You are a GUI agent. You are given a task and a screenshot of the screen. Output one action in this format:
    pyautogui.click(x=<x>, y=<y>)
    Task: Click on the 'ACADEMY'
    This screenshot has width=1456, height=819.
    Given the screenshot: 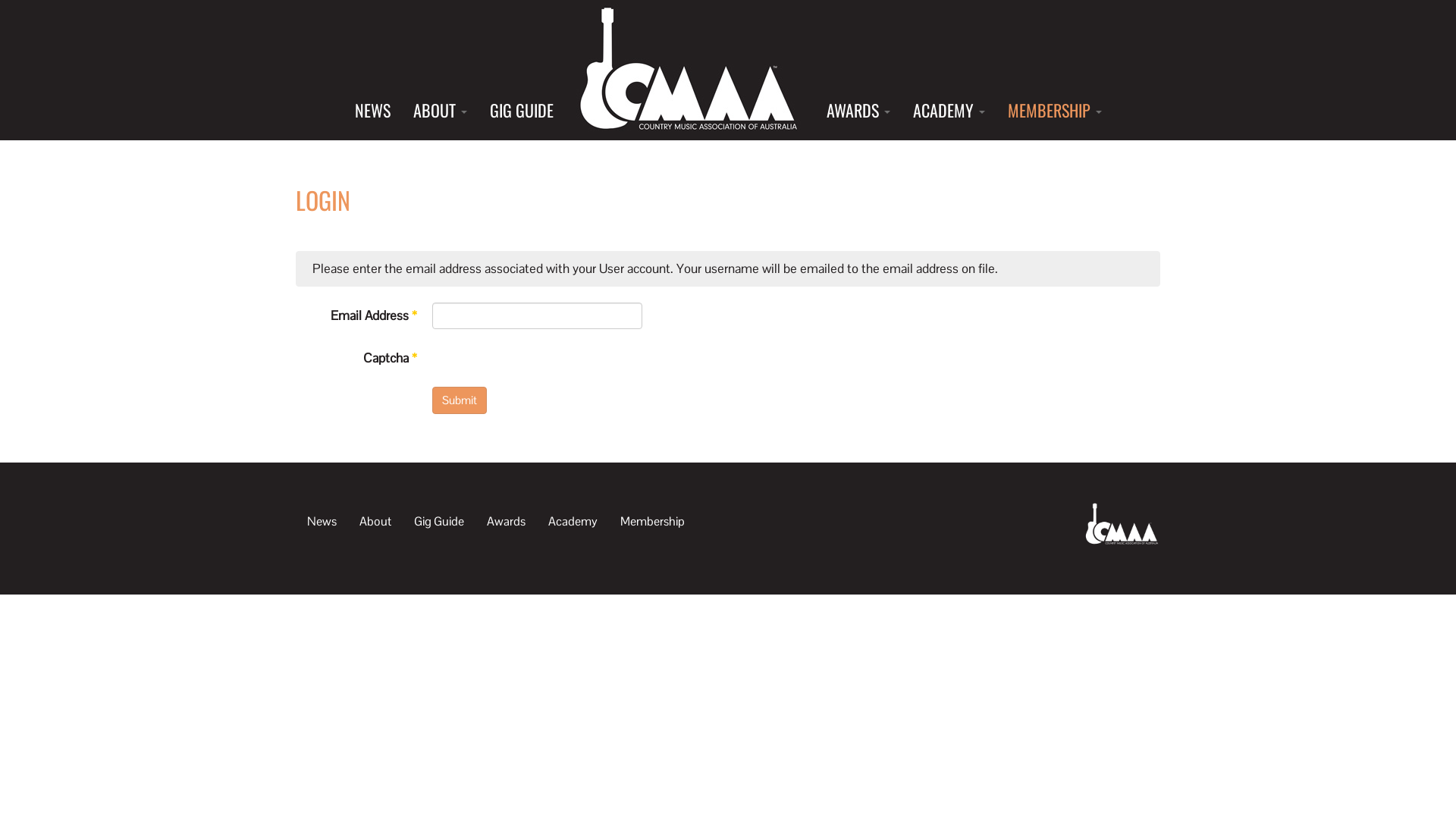 What is the action you would take?
    pyautogui.click(x=947, y=109)
    